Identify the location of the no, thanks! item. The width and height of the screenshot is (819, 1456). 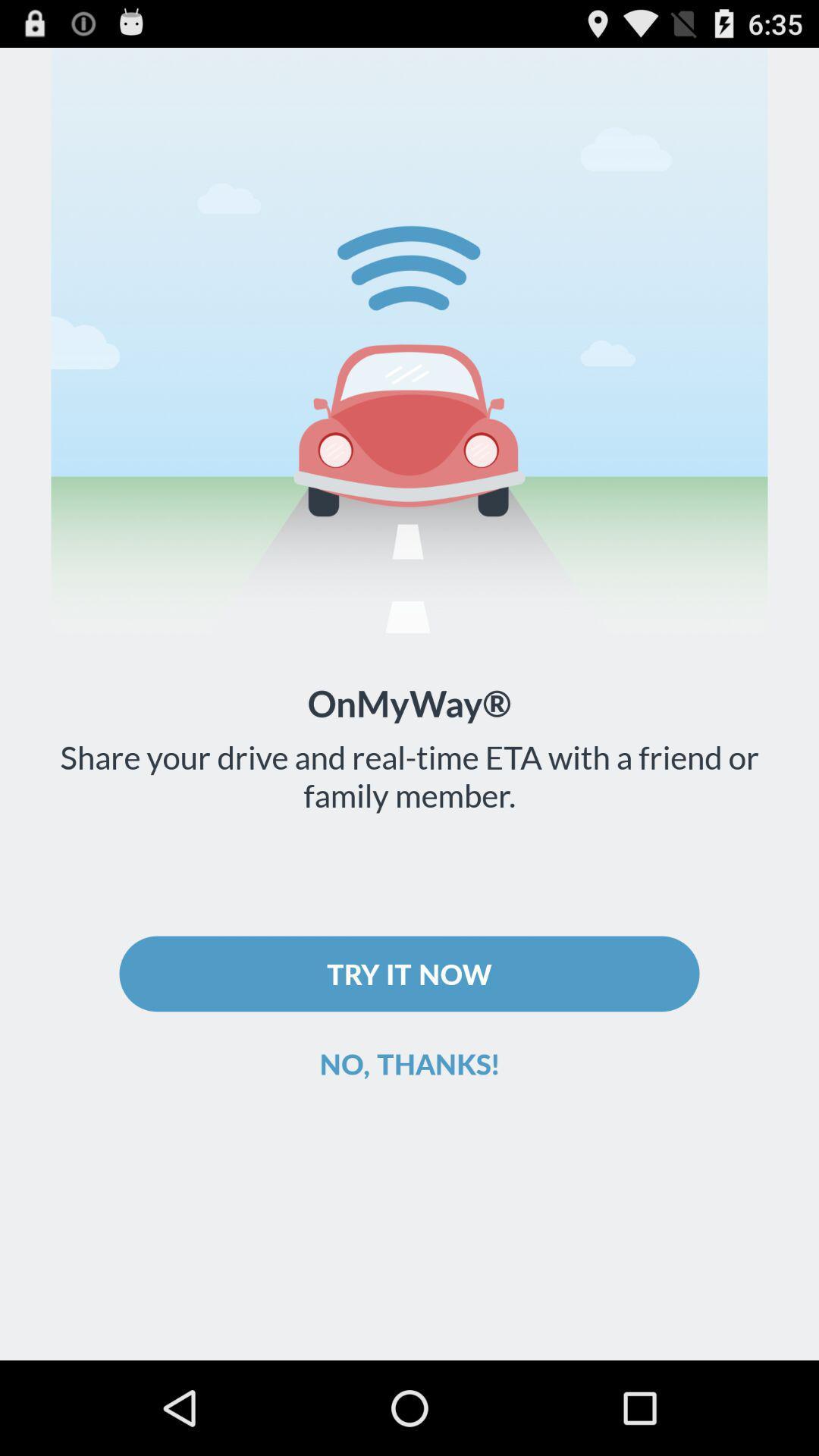
(409, 1062).